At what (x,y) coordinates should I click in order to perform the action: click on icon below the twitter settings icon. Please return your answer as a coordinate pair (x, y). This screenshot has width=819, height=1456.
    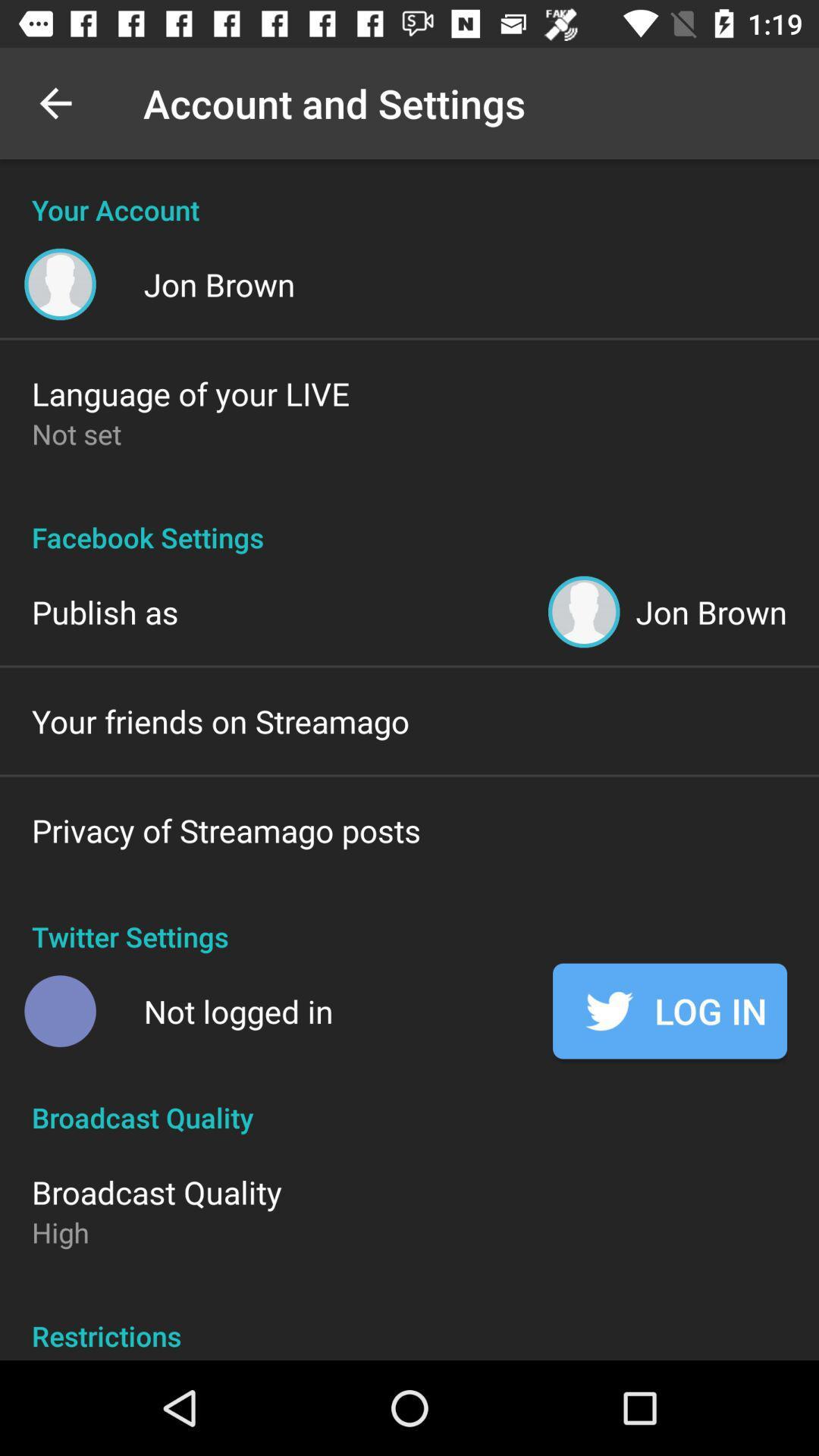
    Looking at the image, I should click on (669, 1011).